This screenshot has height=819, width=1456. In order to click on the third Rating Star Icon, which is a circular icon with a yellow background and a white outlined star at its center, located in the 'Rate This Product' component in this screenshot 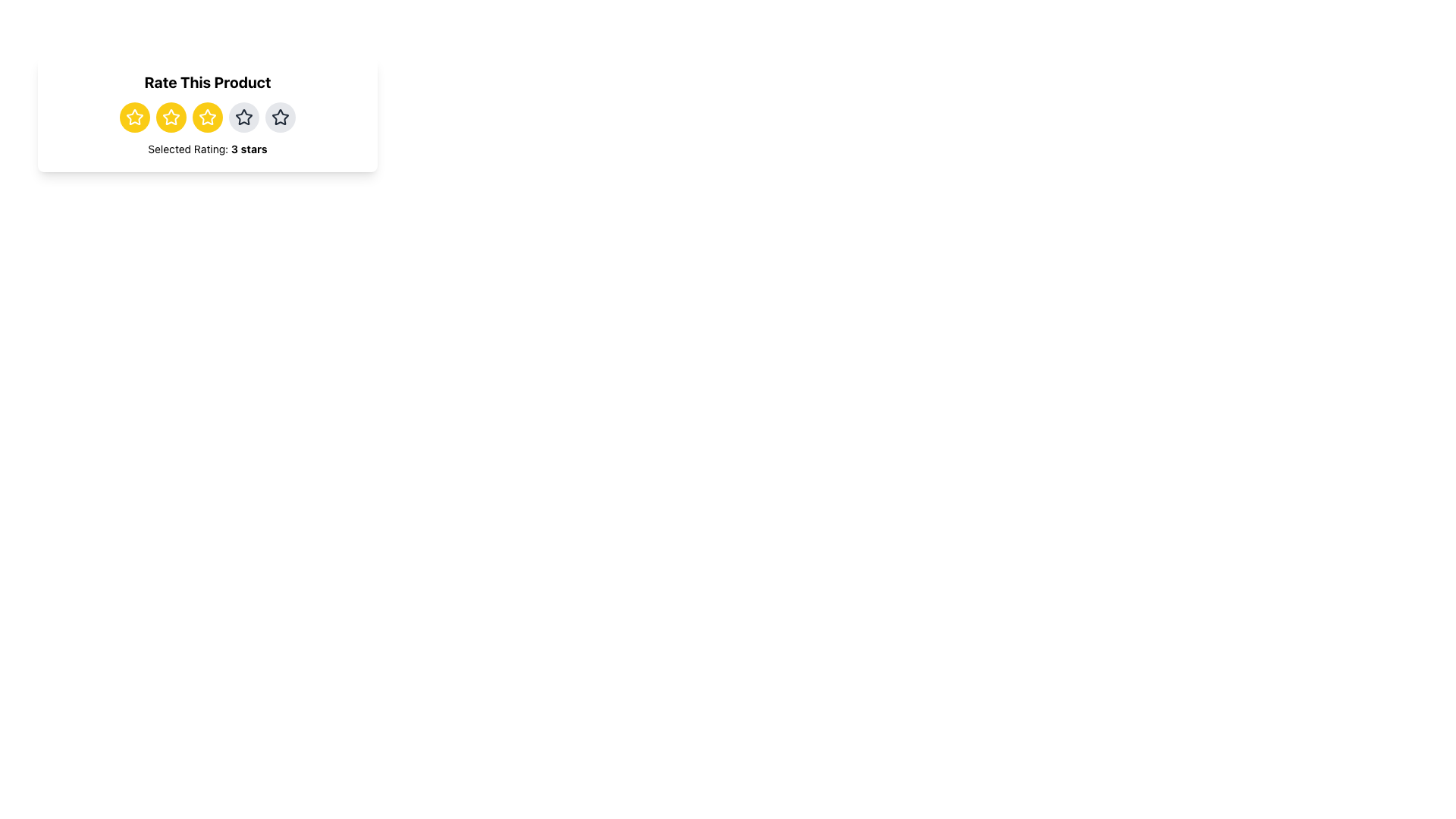, I will do `click(206, 116)`.